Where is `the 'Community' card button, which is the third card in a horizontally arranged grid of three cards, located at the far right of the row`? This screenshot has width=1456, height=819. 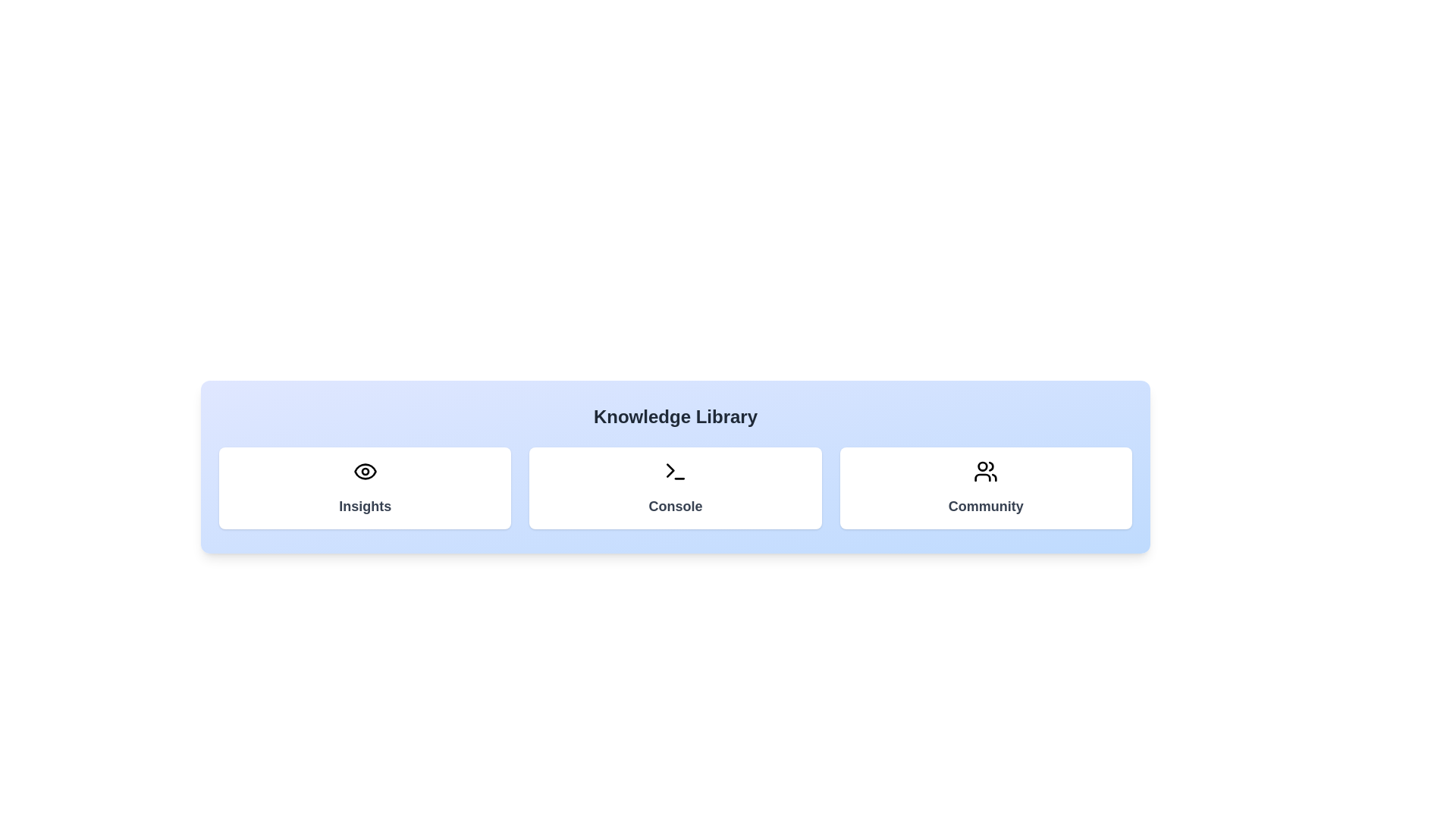
the 'Community' card button, which is the third card in a horizontally arranged grid of three cards, located at the far right of the row is located at coordinates (986, 488).